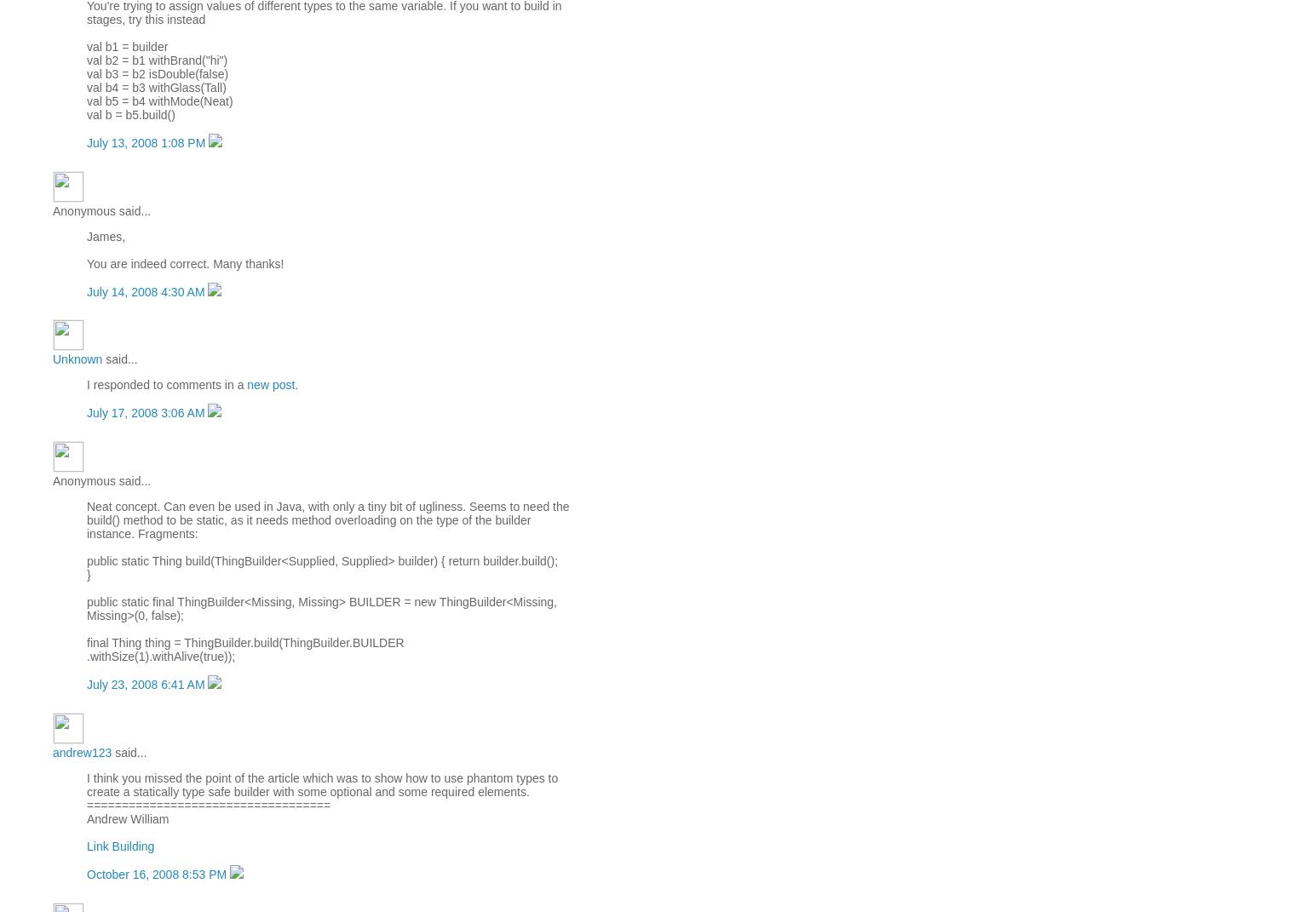 Image resolution: width=1316 pixels, height=912 pixels. What do you see at coordinates (85, 100) in the screenshot?
I see `'val b5 = b4 withMode(Neat)'` at bounding box center [85, 100].